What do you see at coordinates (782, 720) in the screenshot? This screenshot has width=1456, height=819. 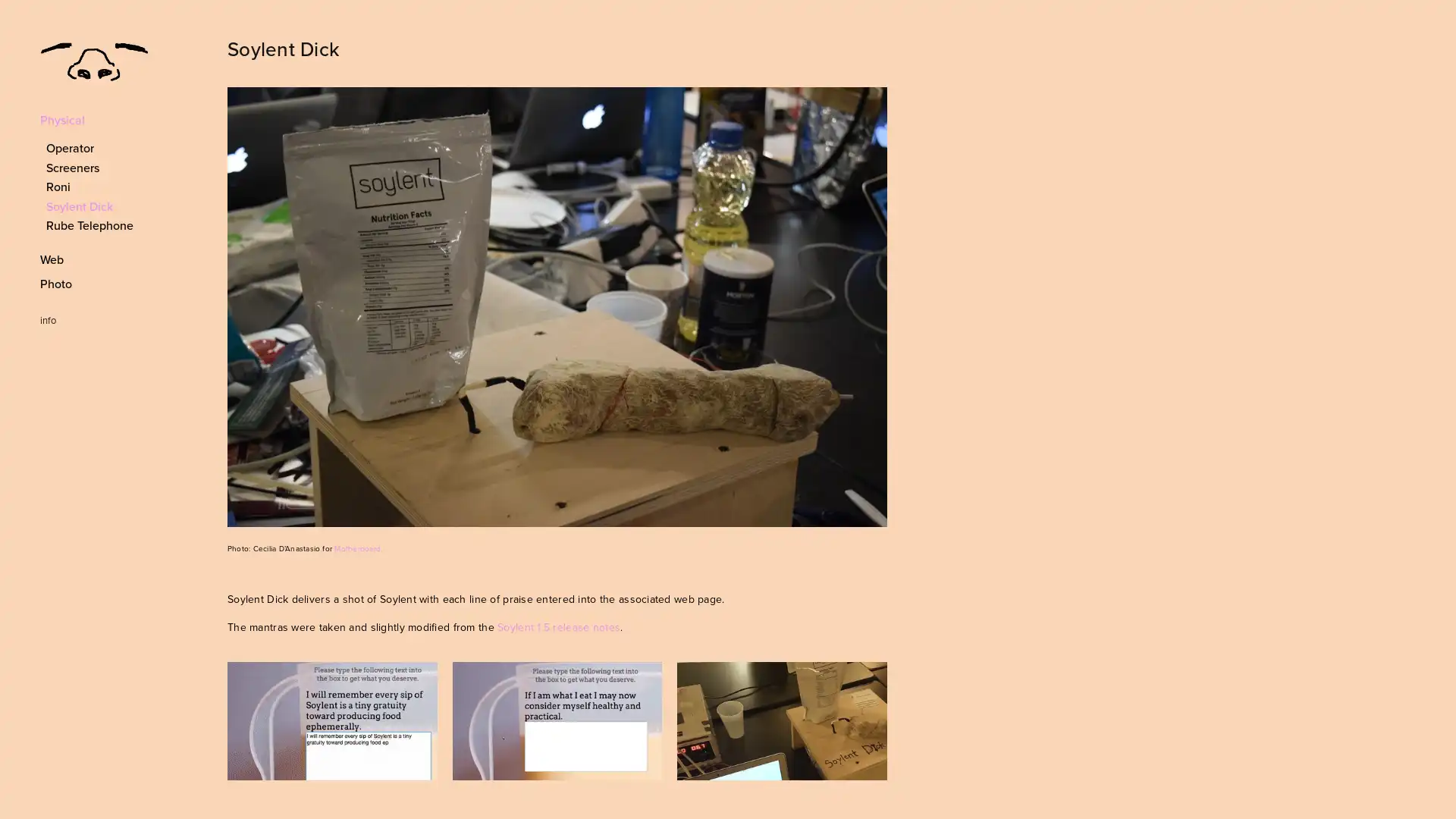 I see `View fullsize soylent-dick.jpg` at bounding box center [782, 720].